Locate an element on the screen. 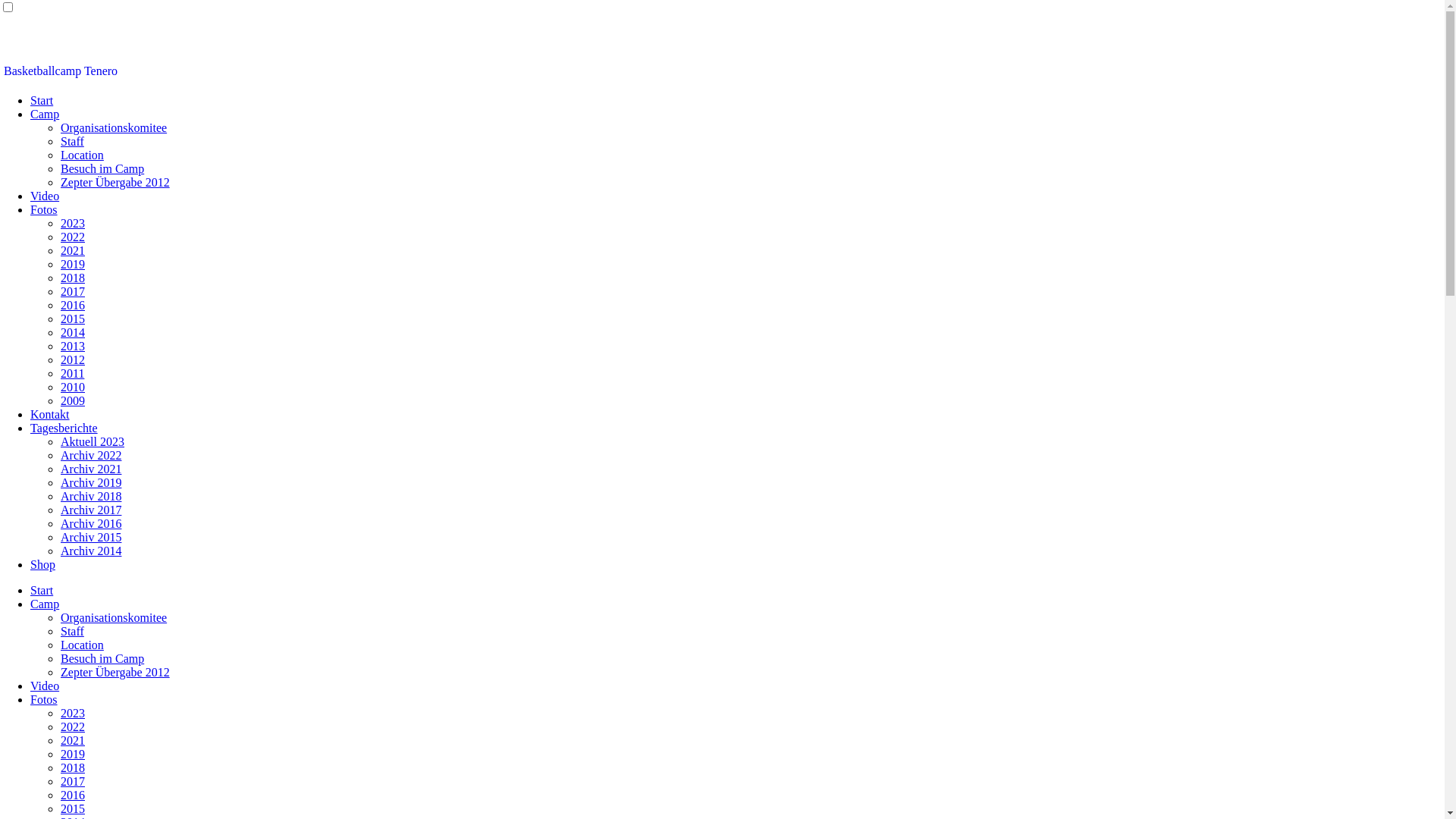 This screenshot has height=819, width=1456. 'Besuch im Camp' is located at coordinates (101, 657).